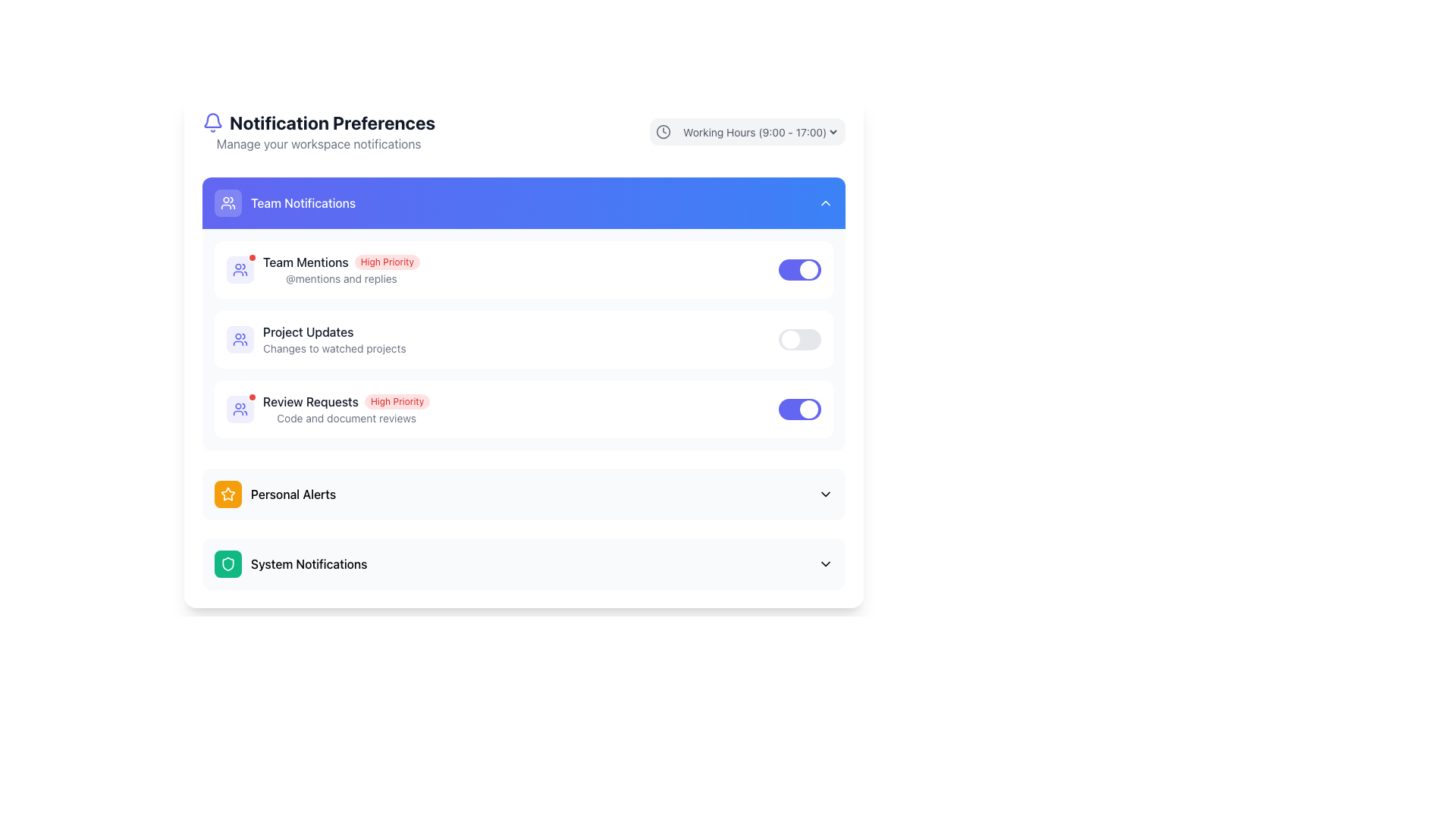 Image resolution: width=1456 pixels, height=819 pixels. Describe the element at coordinates (334, 331) in the screenshot. I see `the second text label in the 'Team Notifications' section, indicating project updates` at that location.